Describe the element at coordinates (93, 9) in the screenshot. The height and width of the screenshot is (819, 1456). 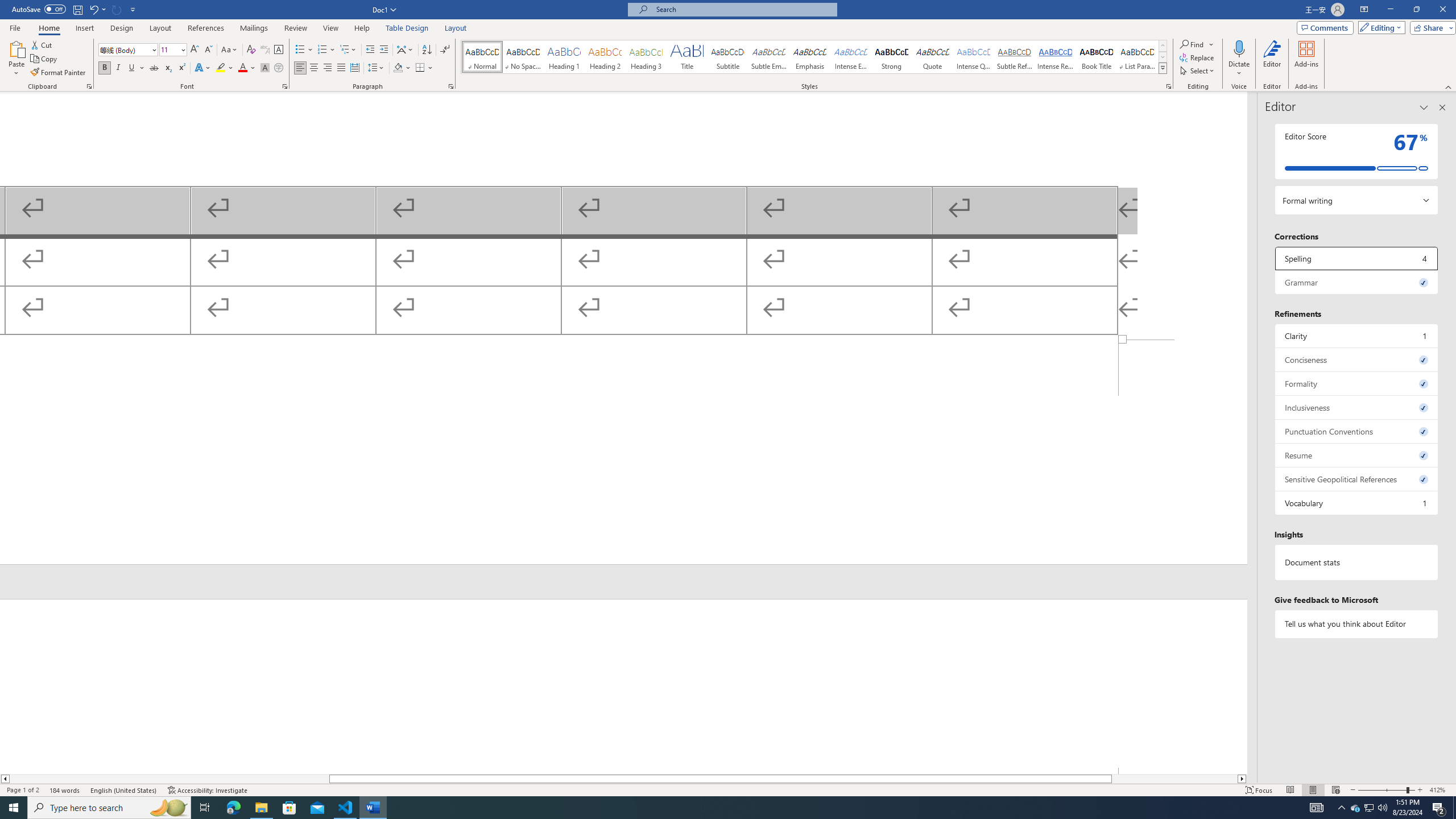
I see `'Undo Outline Move Up'` at that location.